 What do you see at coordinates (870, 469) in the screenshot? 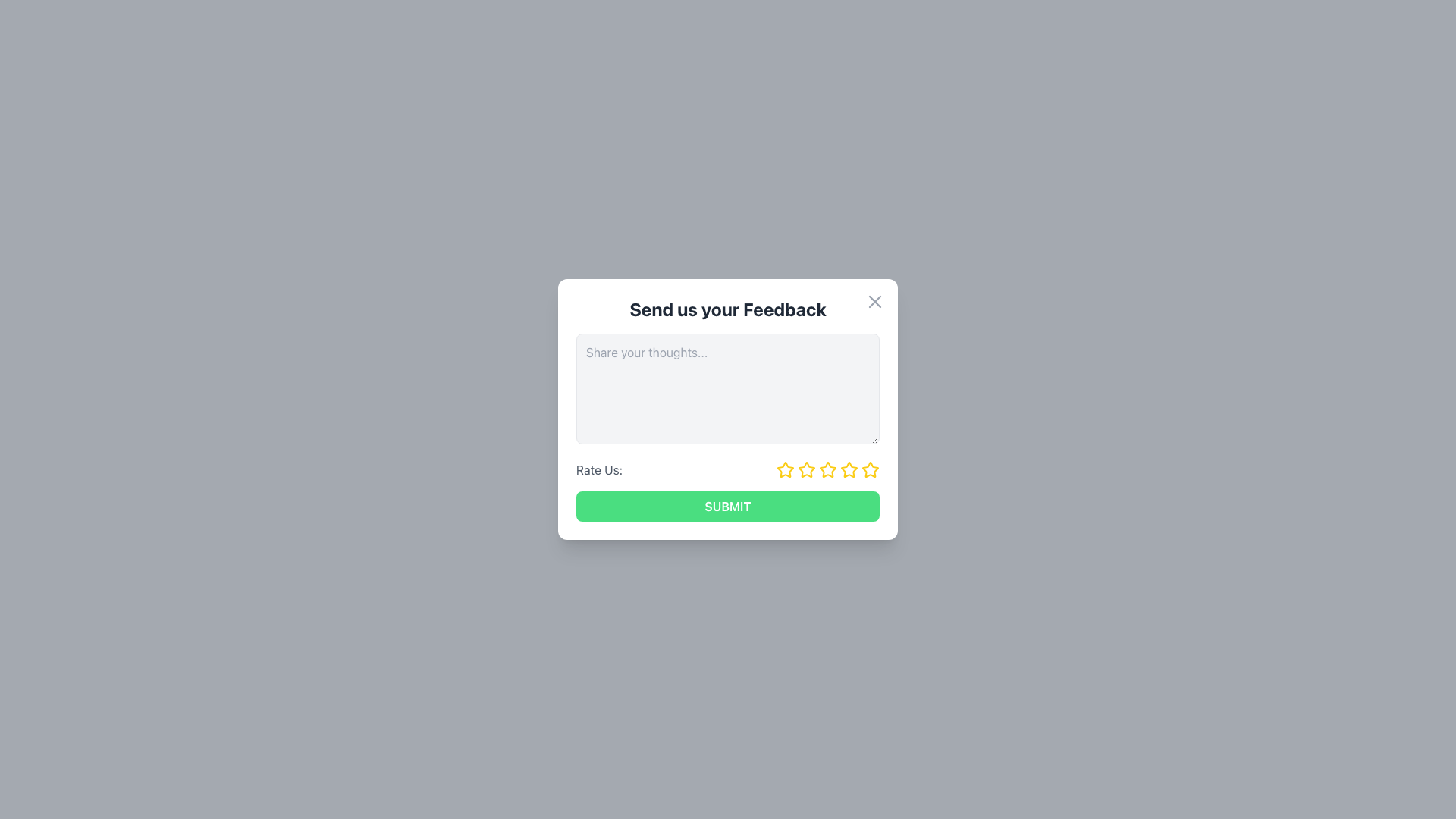
I see `the fifth star icon in the 'Rate Us' section of the feedback form` at bounding box center [870, 469].